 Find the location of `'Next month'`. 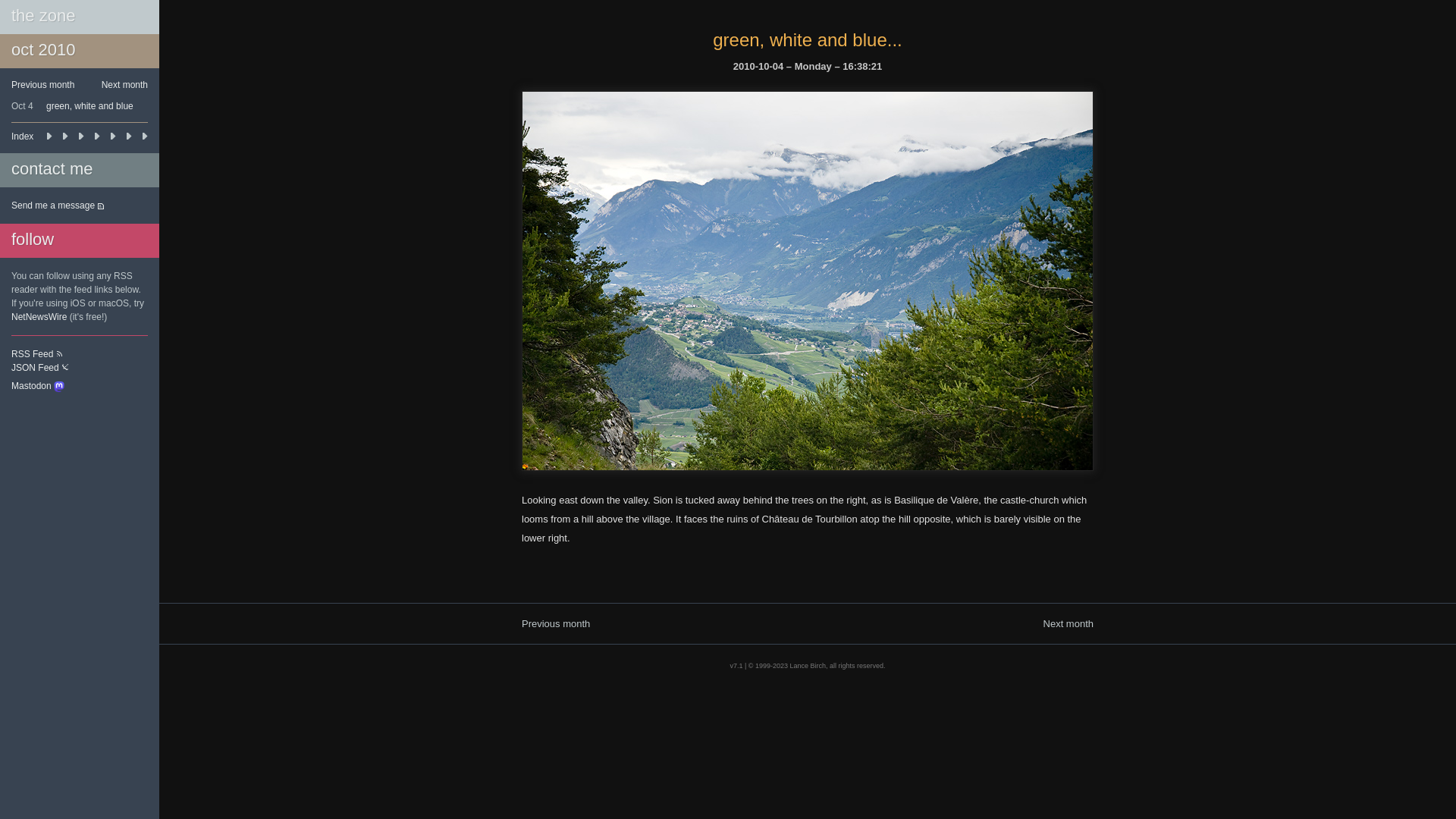

'Next month' is located at coordinates (117, 84).